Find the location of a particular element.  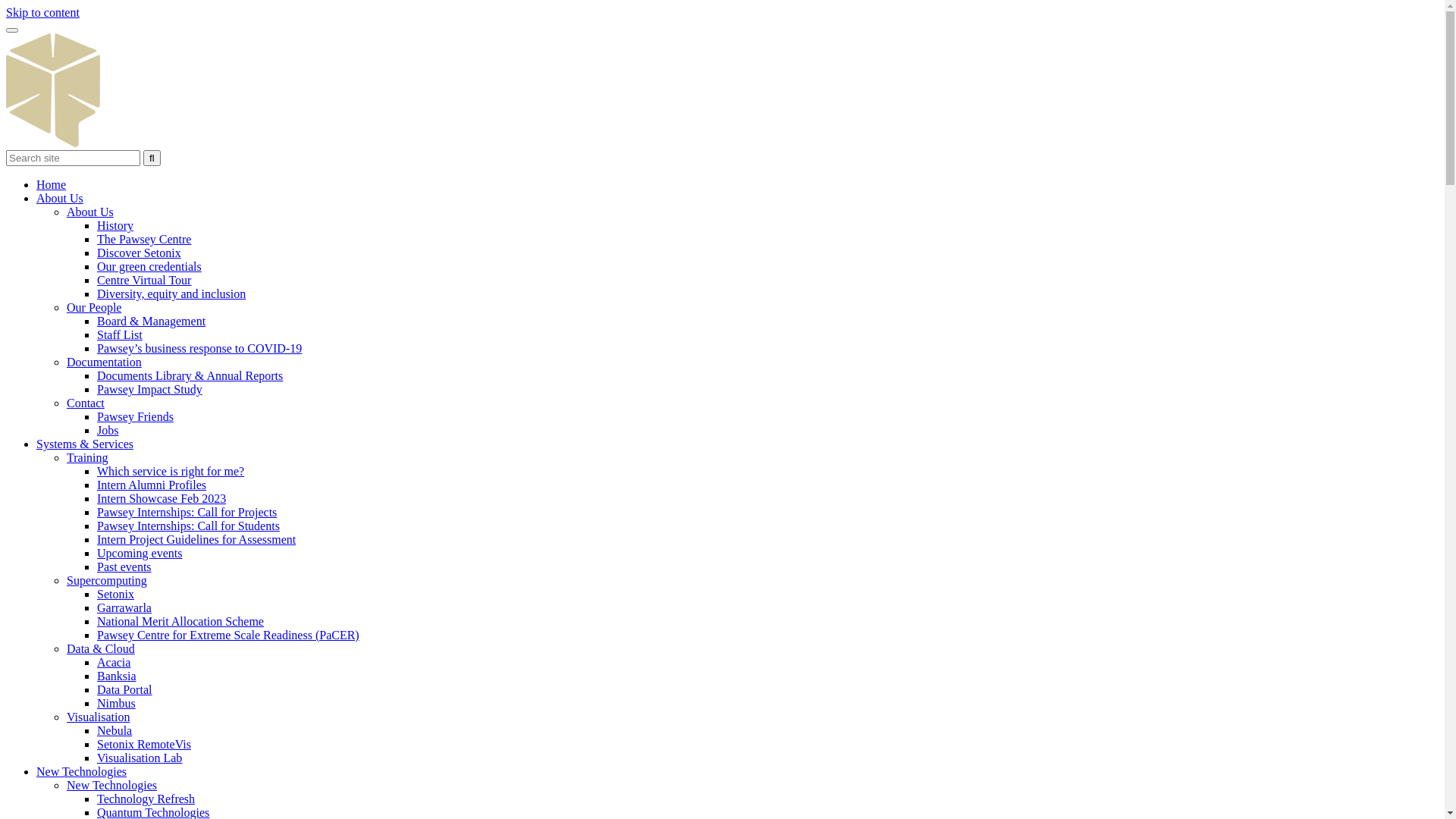

'Discover Setonix' is located at coordinates (139, 252).